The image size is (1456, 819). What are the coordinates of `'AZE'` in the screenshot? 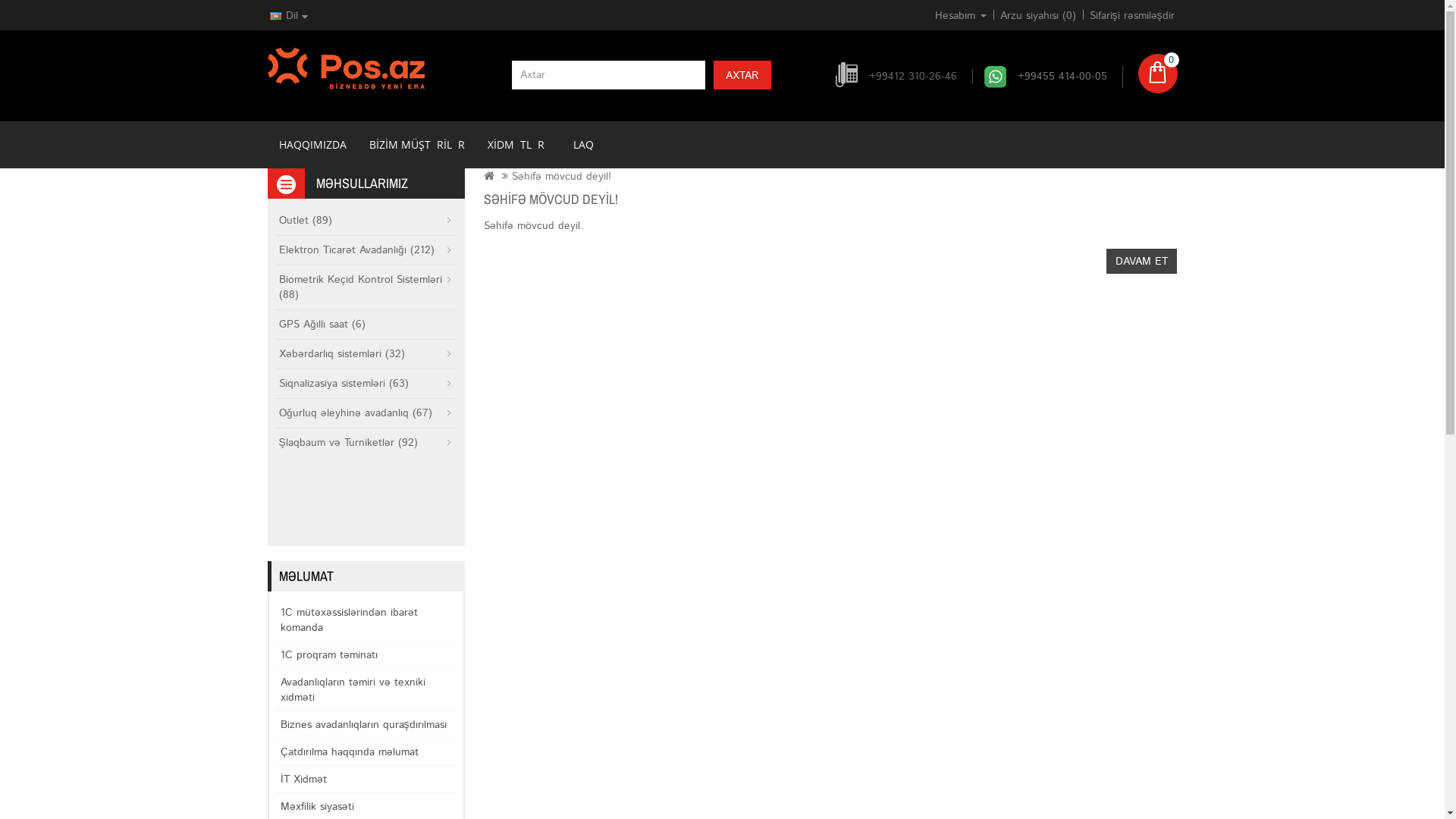 It's located at (276, 16).